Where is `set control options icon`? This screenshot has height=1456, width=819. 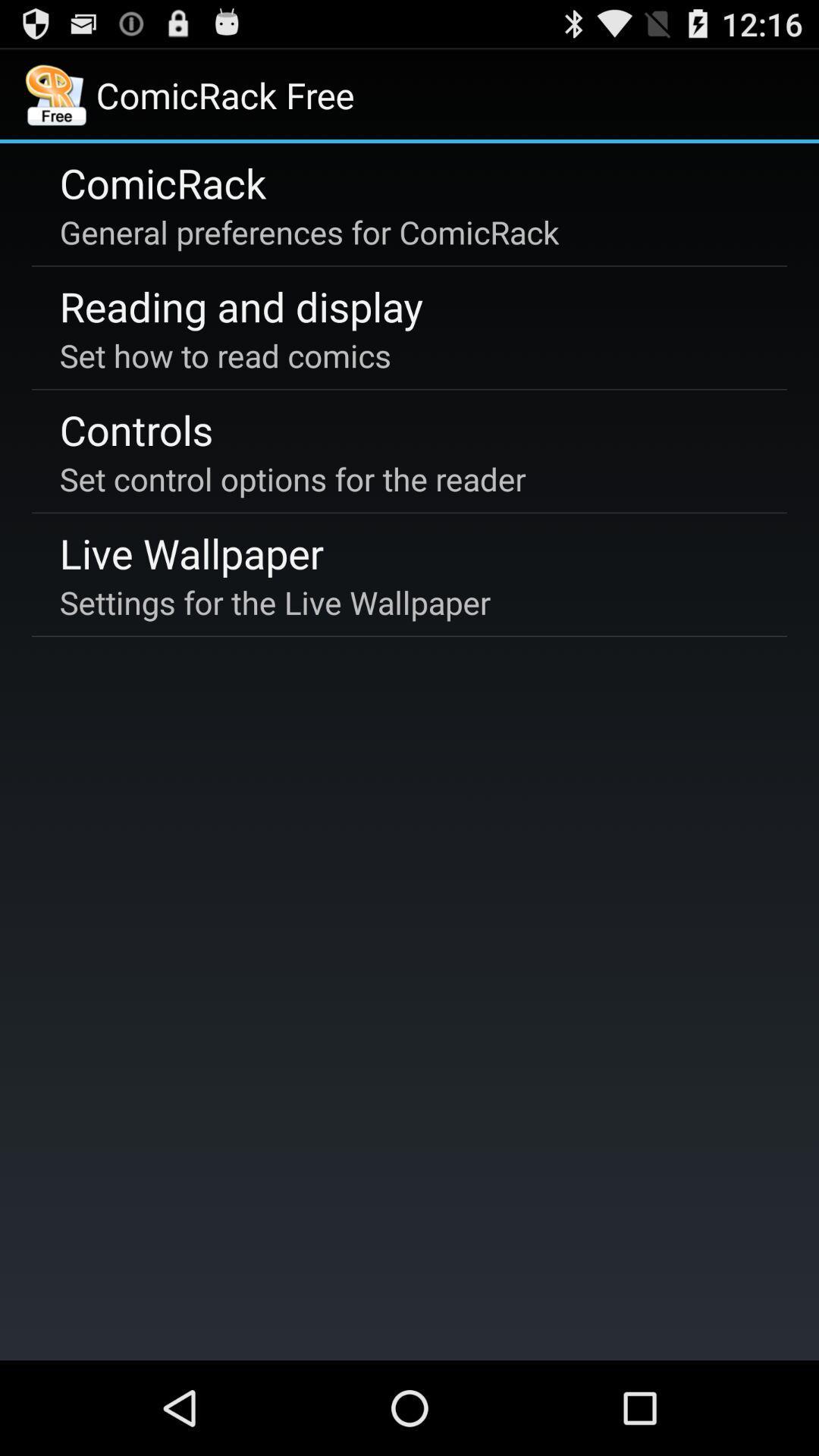
set control options icon is located at coordinates (293, 478).